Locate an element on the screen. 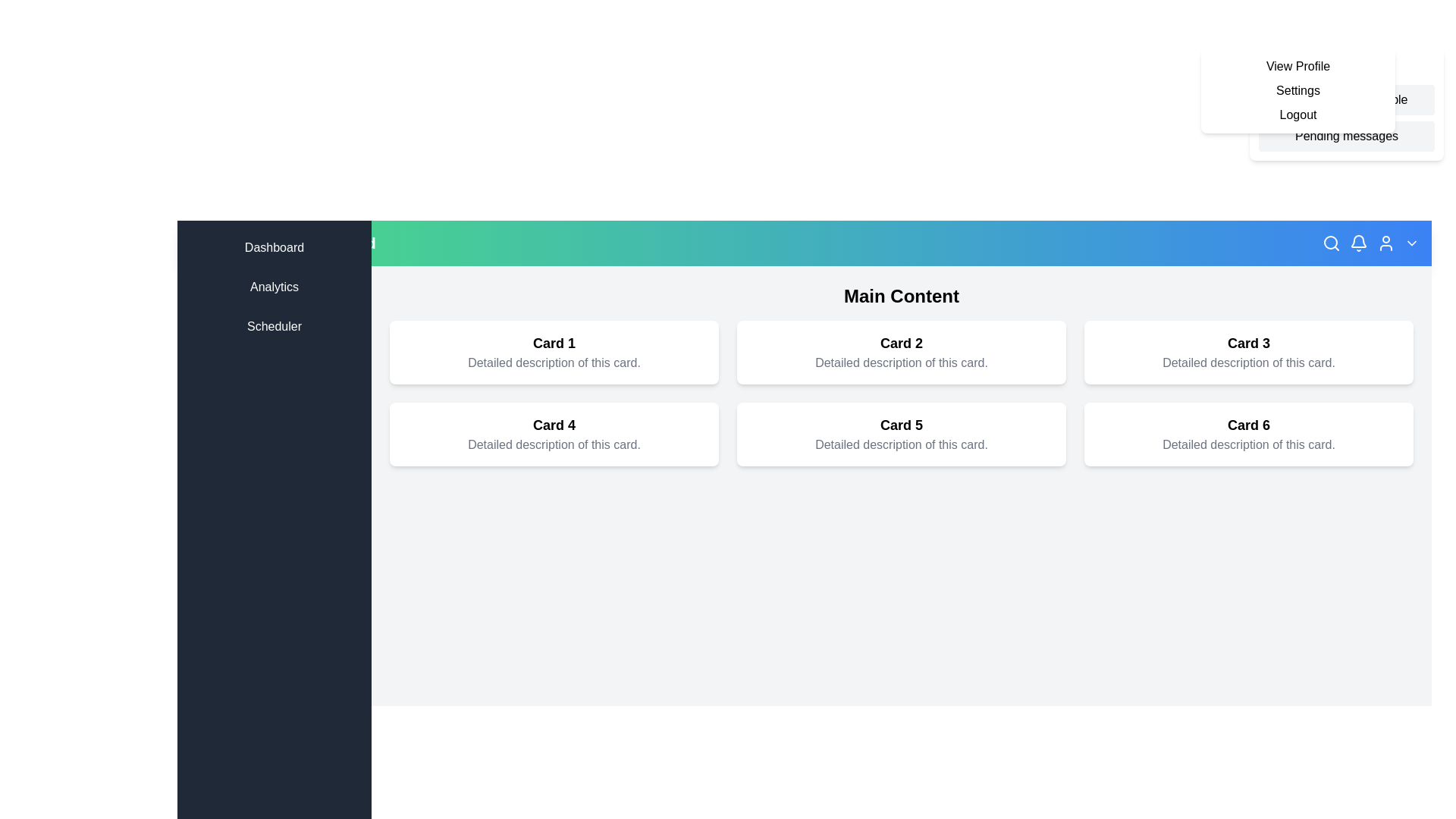 The width and height of the screenshot is (1456, 819). the blue bell icon button located at the top-right corner of the application header to interact with notifications is located at coordinates (1358, 242).